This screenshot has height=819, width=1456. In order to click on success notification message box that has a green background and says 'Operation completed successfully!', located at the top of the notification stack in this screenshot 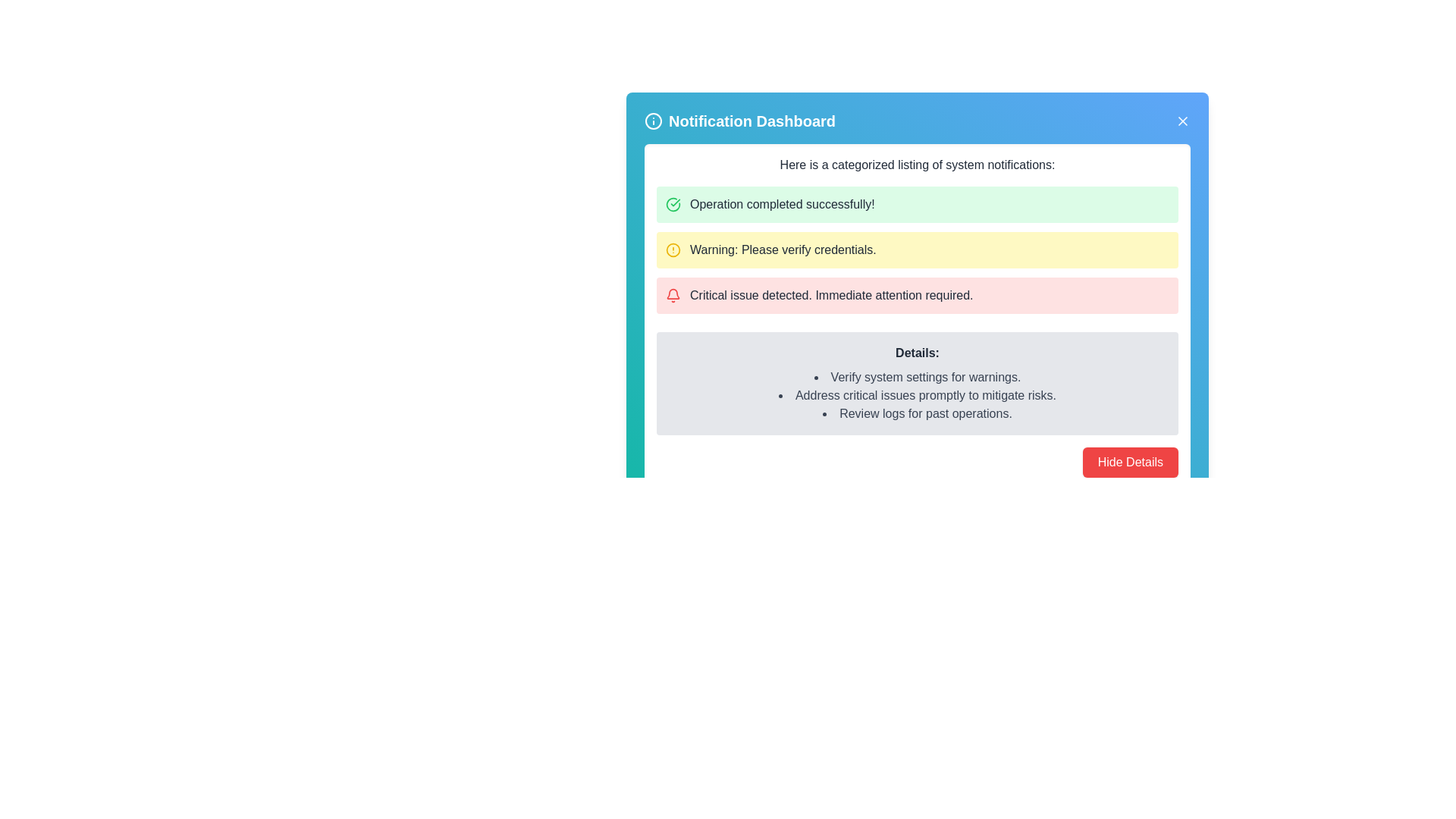, I will do `click(916, 205)`.